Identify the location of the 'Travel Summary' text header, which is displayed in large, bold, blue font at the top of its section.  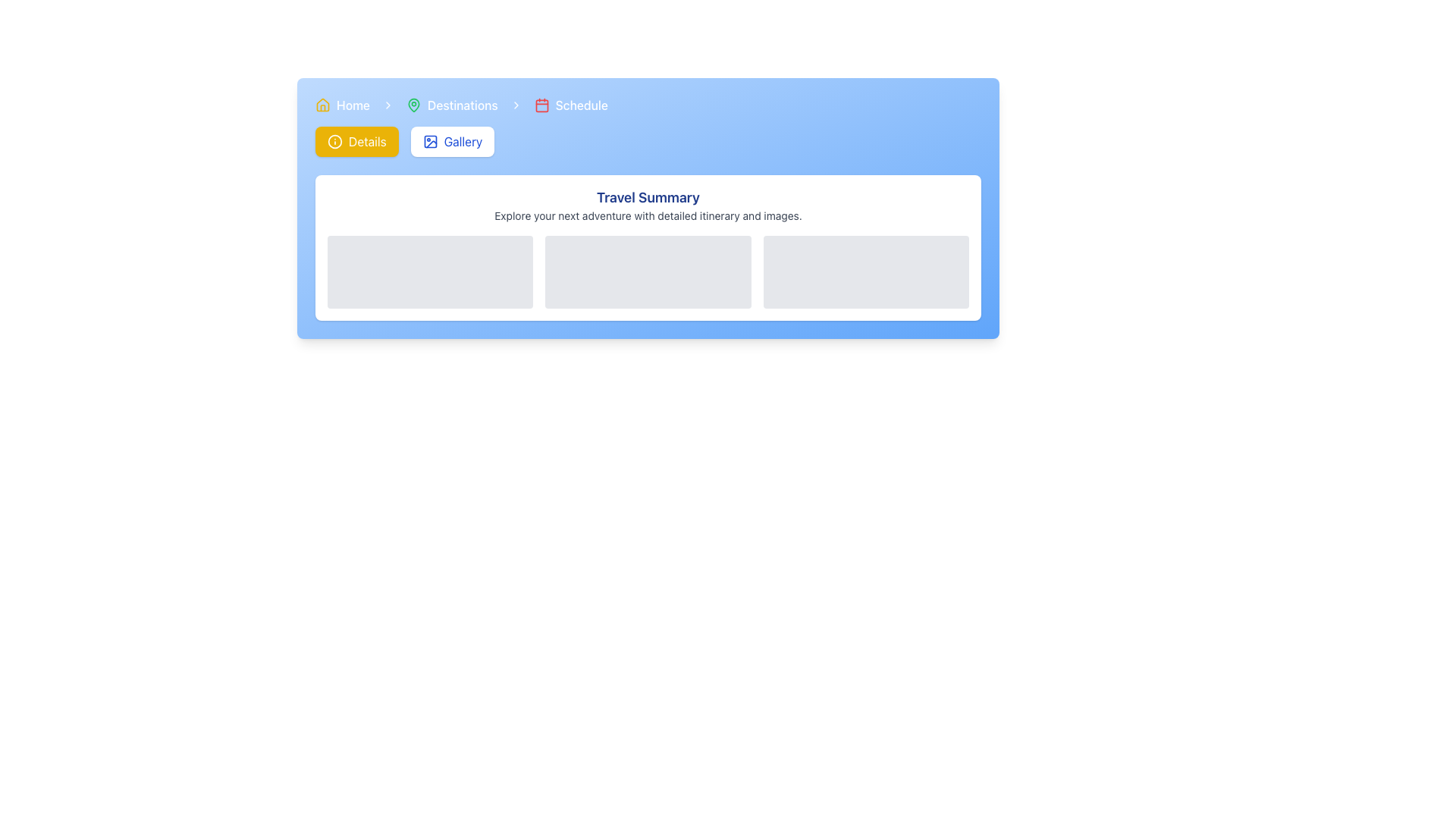
(648, 197).